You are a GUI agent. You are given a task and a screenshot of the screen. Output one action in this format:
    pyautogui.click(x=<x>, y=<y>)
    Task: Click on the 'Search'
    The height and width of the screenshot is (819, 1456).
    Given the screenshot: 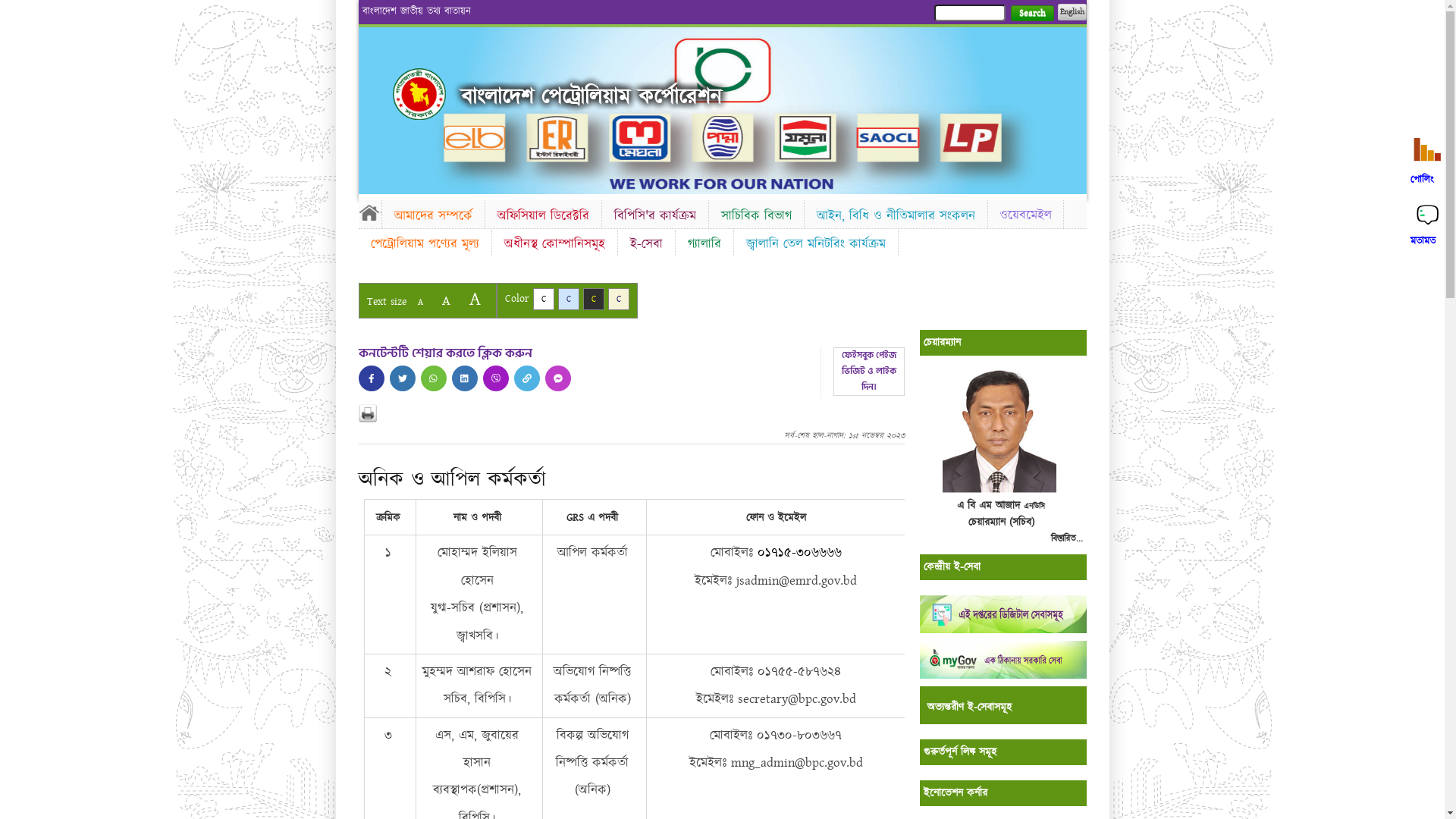 What is the action you would take?
    pyautogui.click(x=1009, y=13)
    